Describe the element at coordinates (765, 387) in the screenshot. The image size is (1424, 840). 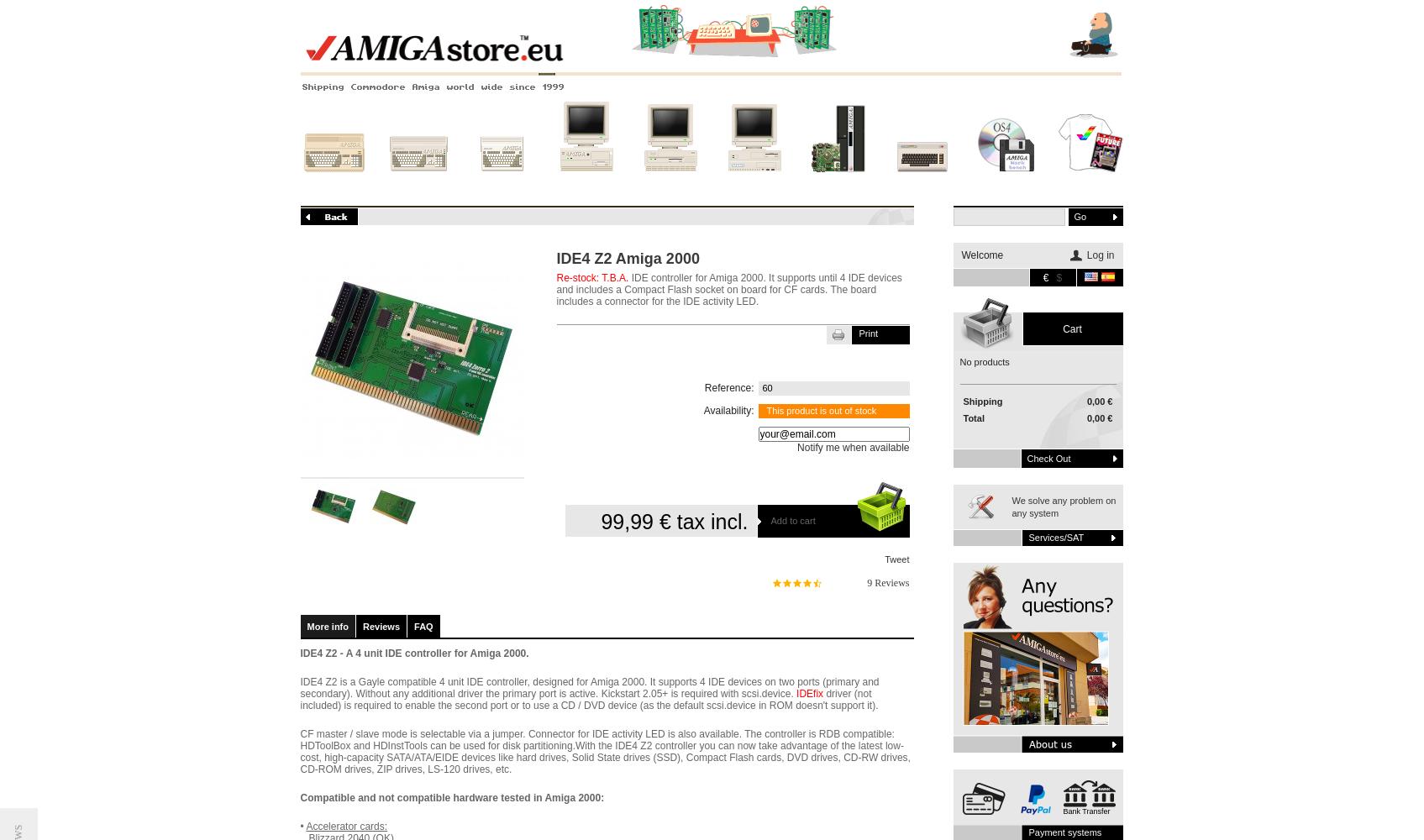
I see `'60'` at that location.